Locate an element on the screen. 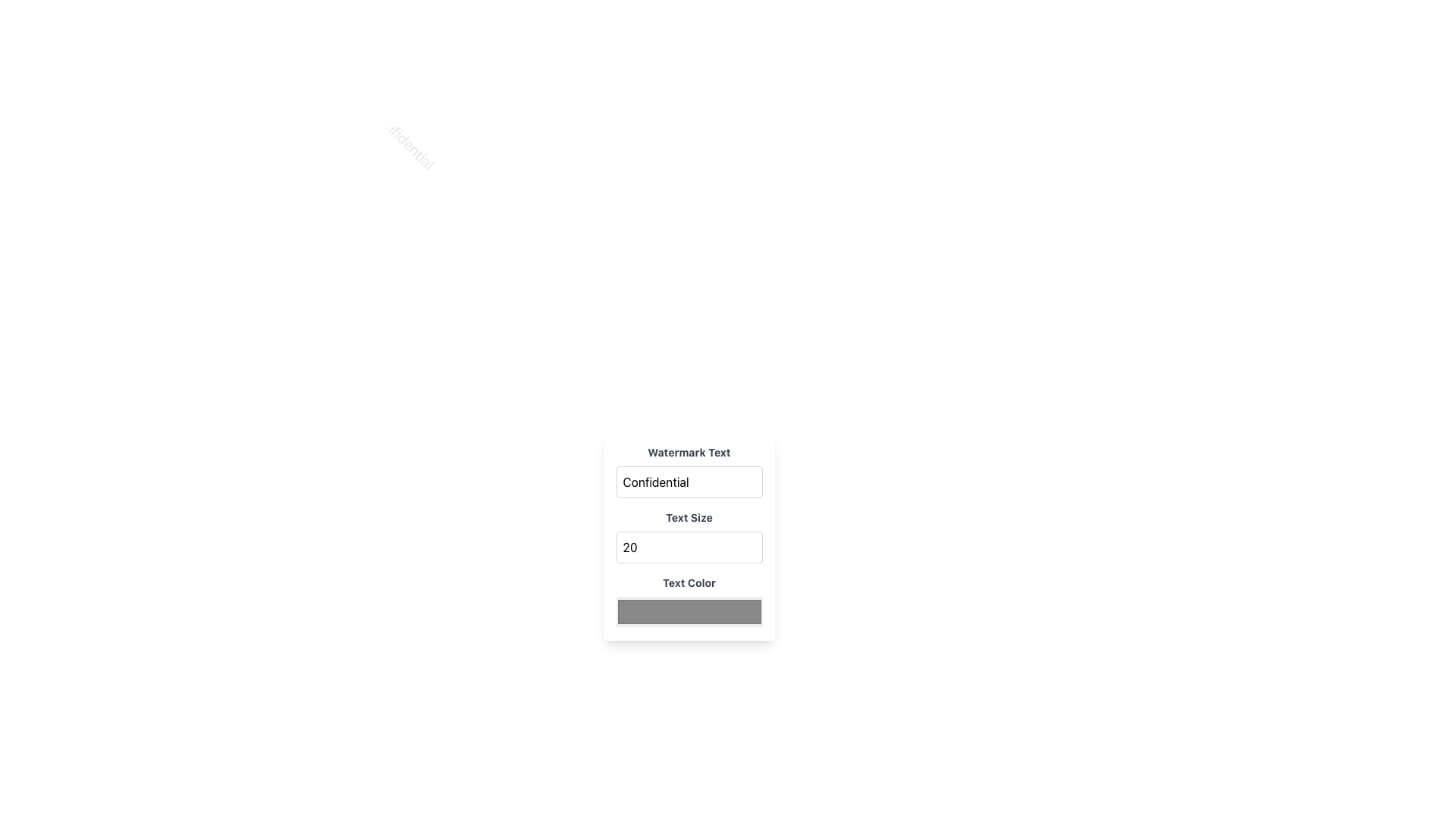 Image resolution: width=1456 pixels, height=819 pixels. the color picker input located in the third group from the top, below 'Text Size' is located at coordinates (688, 601).